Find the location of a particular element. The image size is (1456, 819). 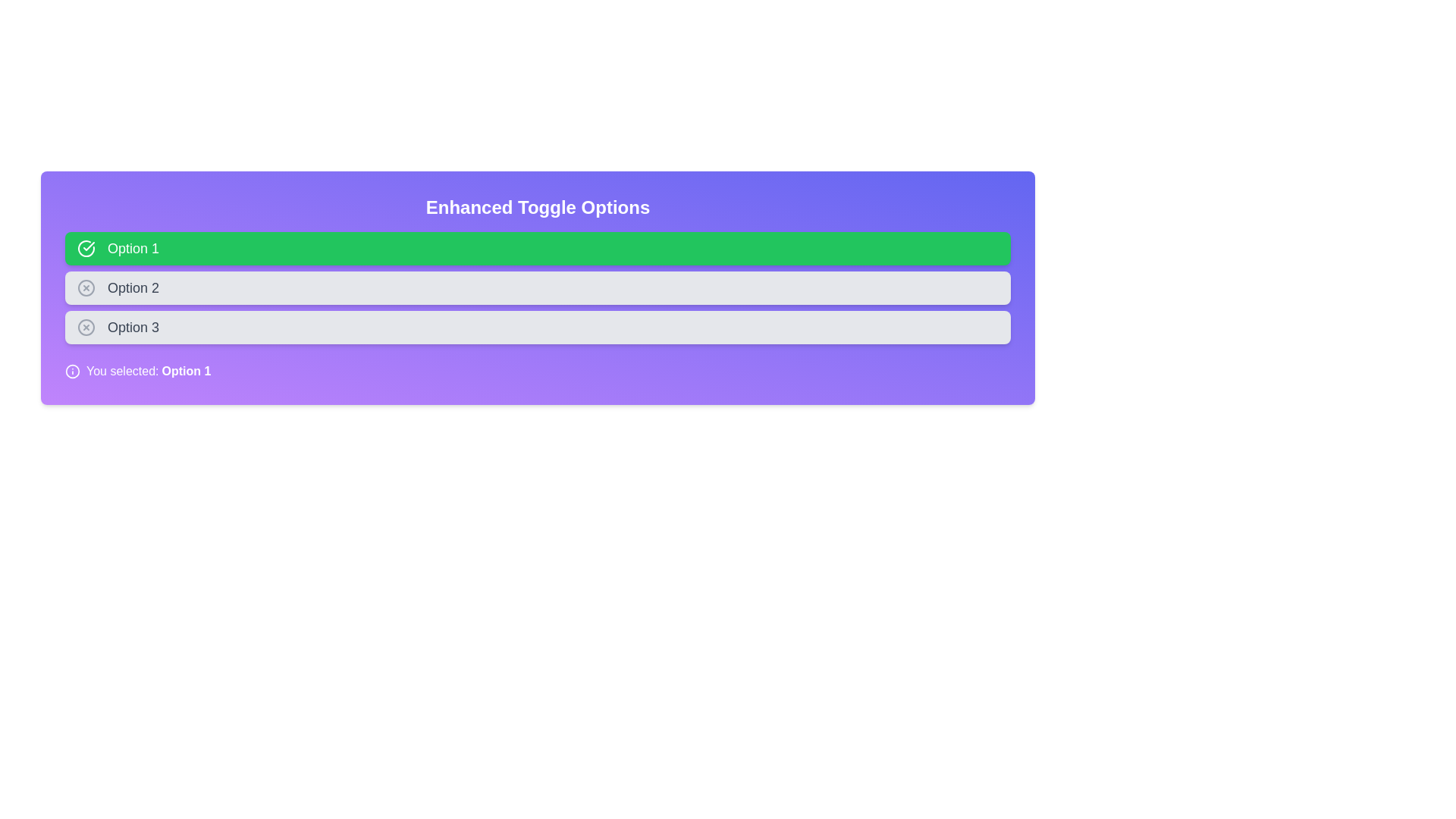

the toggle option Option 2 is located at coordinates (538, 288).